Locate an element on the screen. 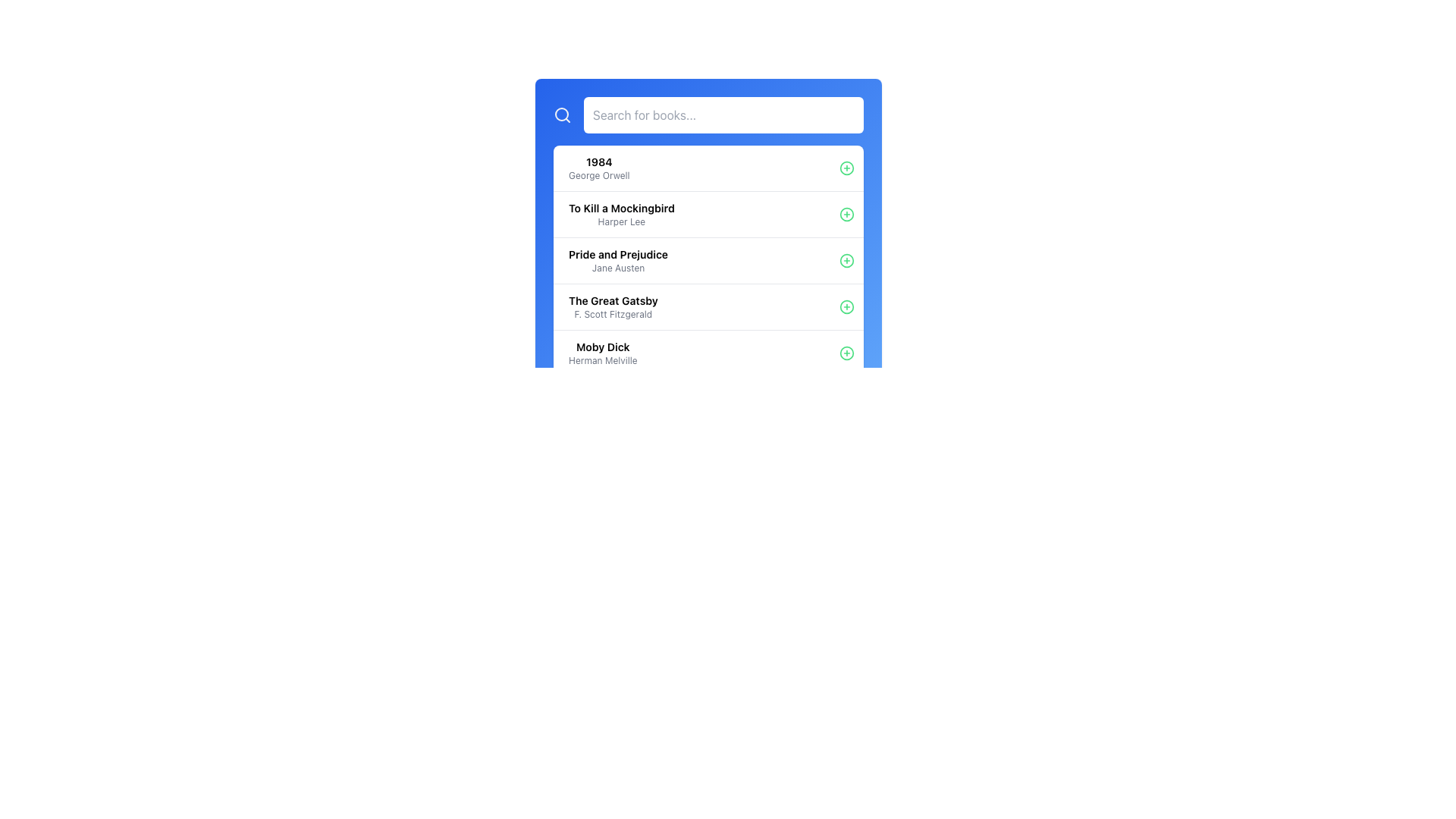  the text display list item for 'The Great Gatsby' by F. Scott Fitzgerald is located at coordinates (613, 307).